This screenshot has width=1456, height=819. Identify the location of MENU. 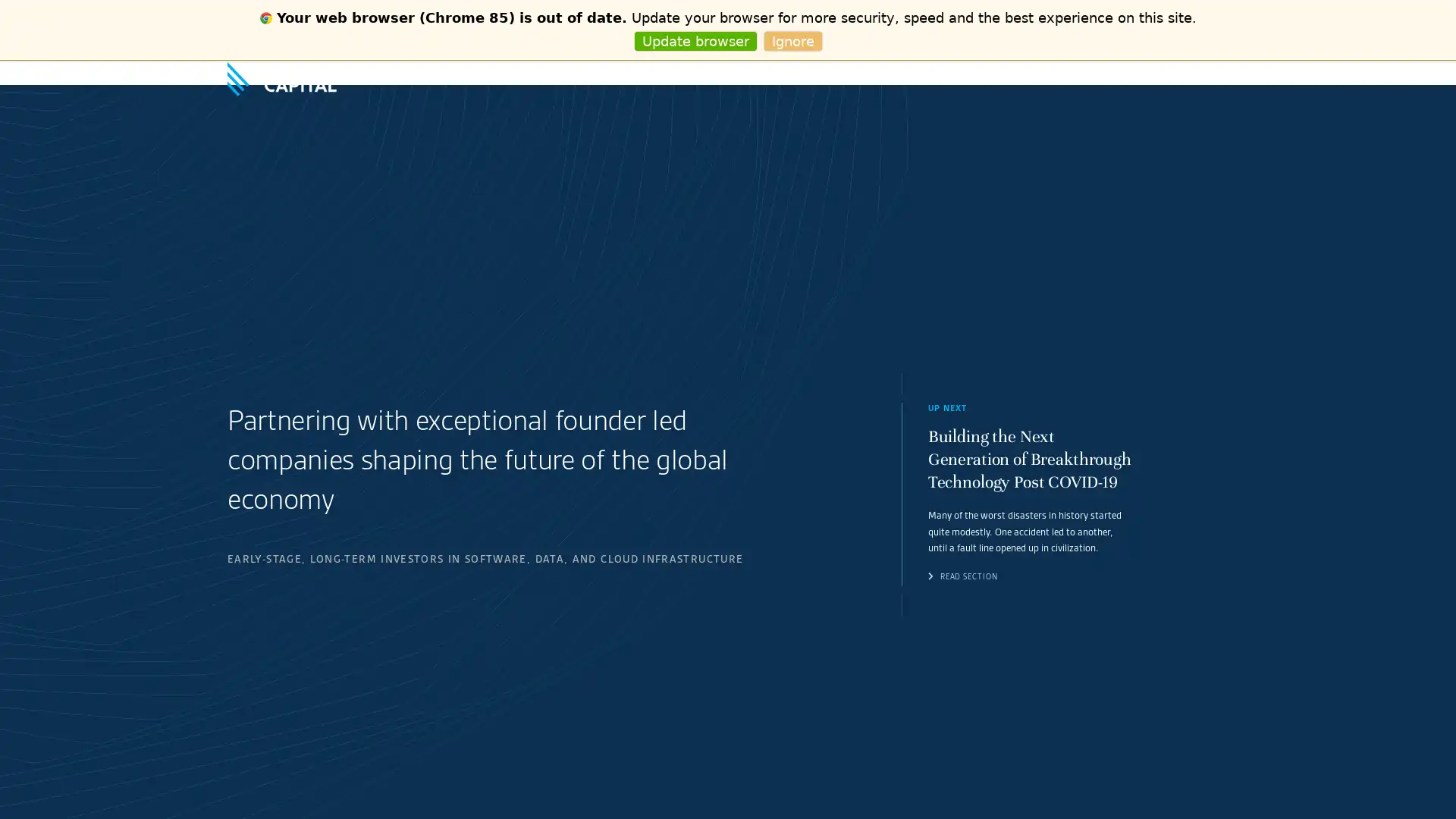
(1216, 73).